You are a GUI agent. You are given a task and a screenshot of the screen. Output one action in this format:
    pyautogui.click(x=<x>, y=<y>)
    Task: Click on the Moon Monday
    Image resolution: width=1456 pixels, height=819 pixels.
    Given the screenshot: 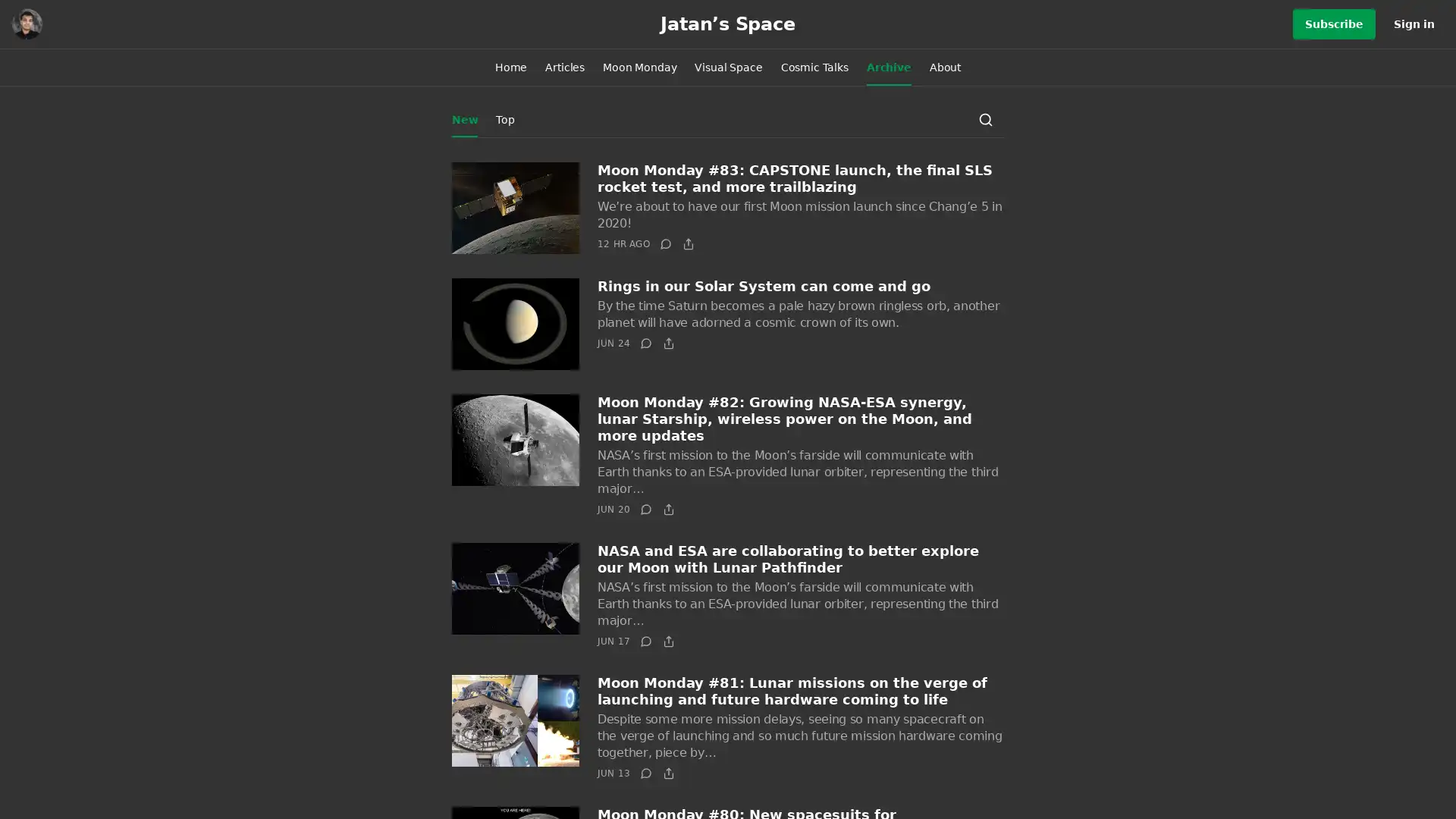 What is the action you would take?
    pyautogui.click(x=639, y=66)
    